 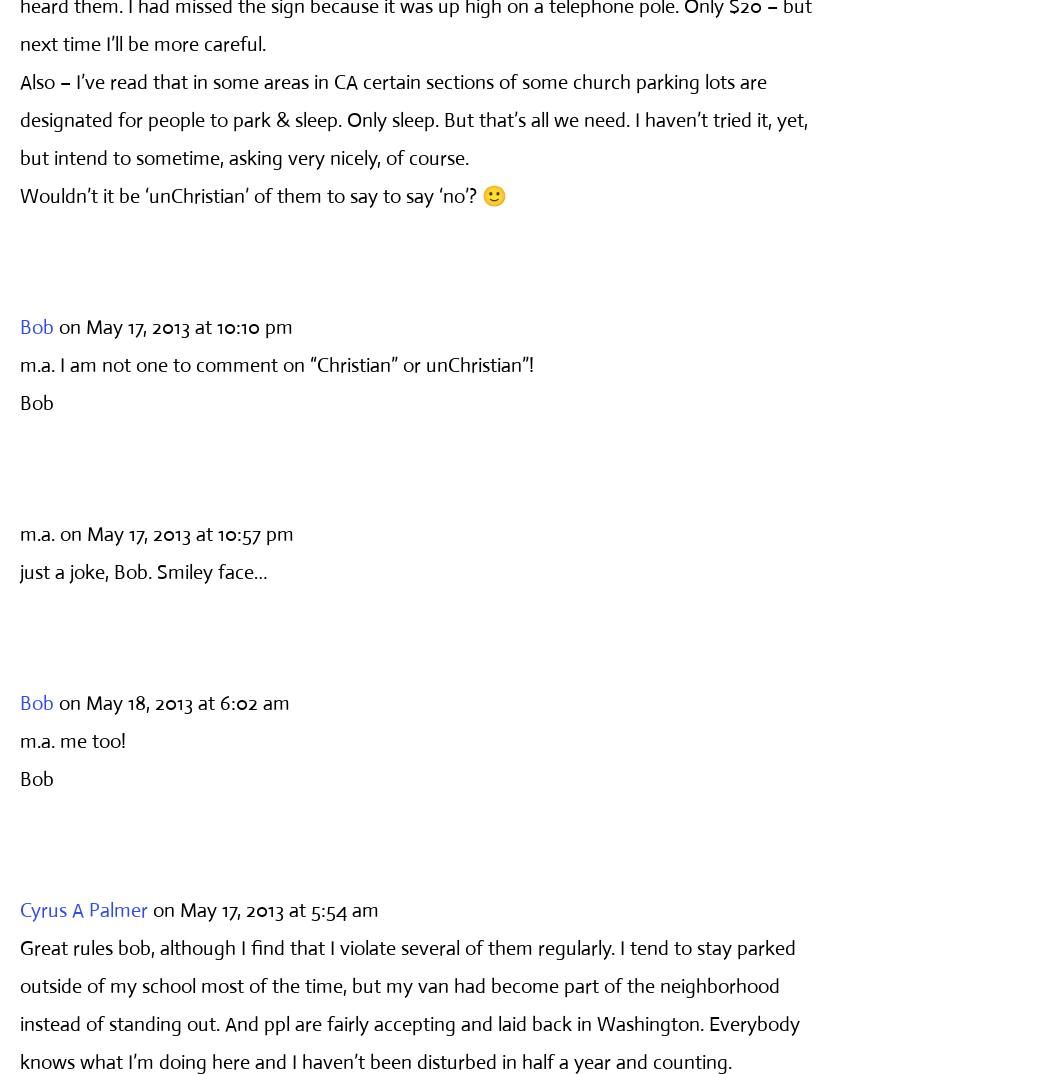 What do you see at coordinates (142, 570) in the screenshot?
I see `'just a joke, Bob. Smiley face…'` at bounding box center [142, 570].